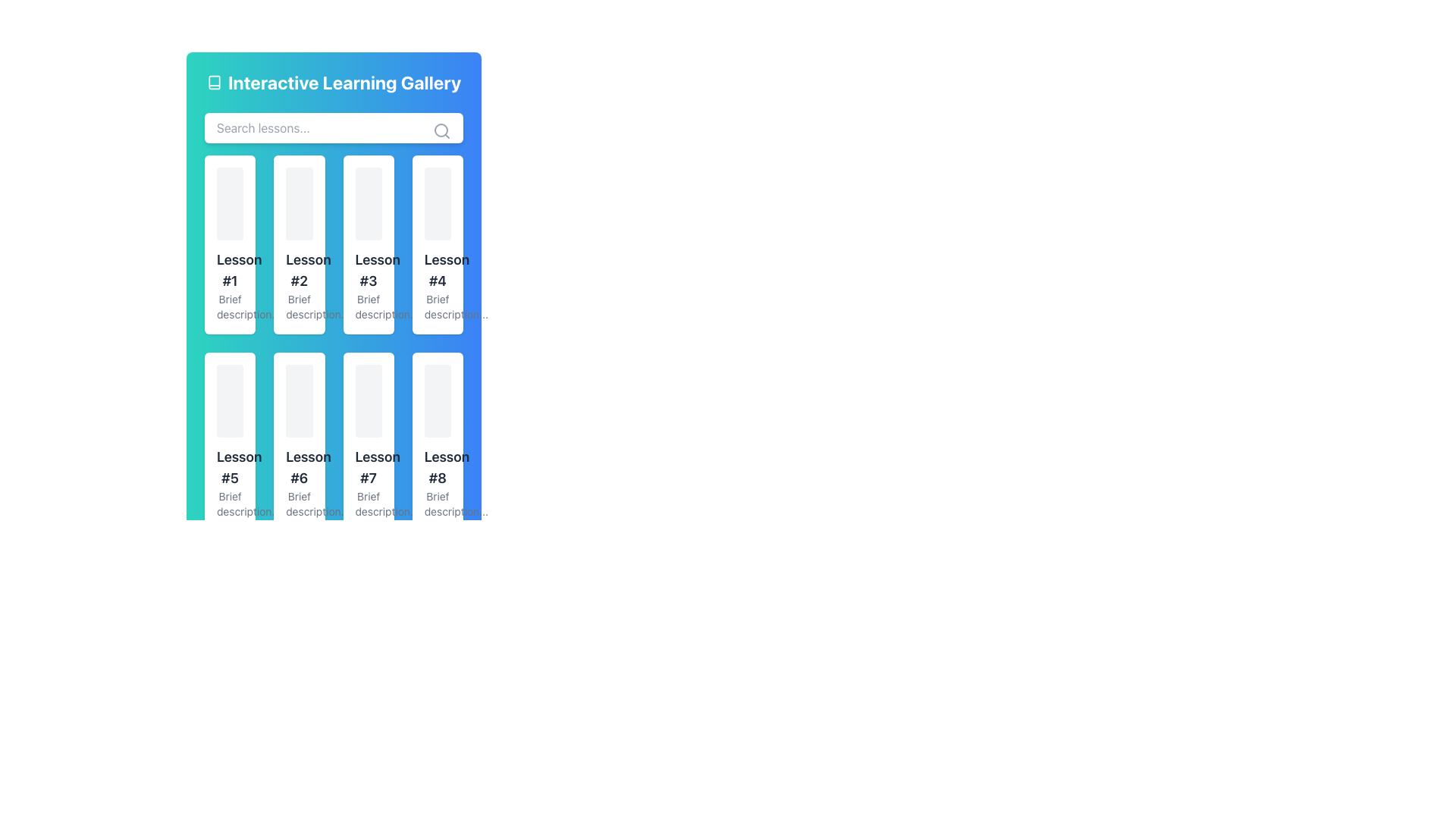 The width and height of the screenshot is (1456, 819). Describe the element at coordinates (369, 270) in the screenshot. I see `text from the Text Label displaying 'Lesson #3' which is prominently styled in dark gray, located in the top row, third column of the grid layout` at that location.